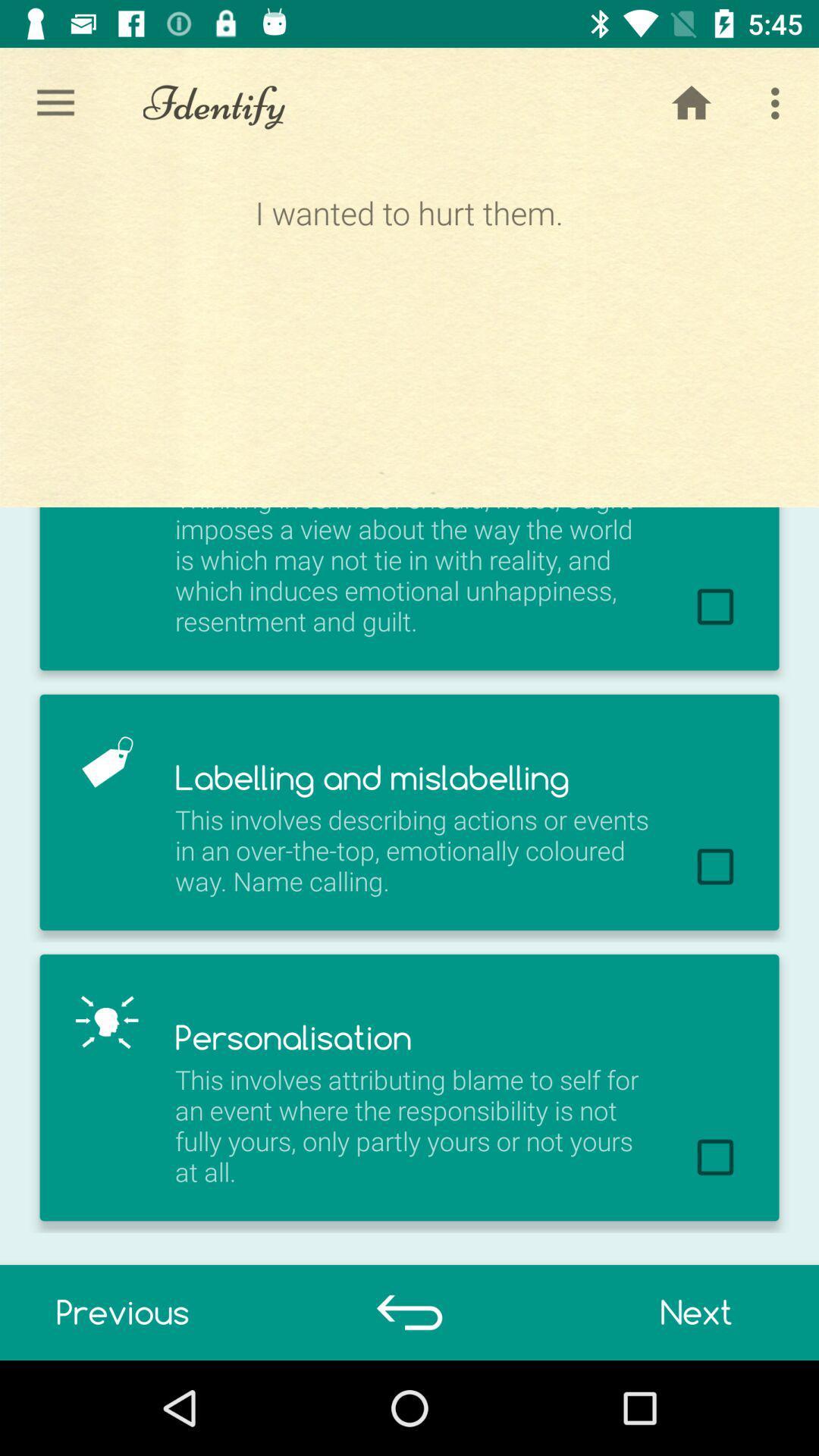  What do you see at coordinates (691, 102) in the screenshot?
I see `the item to the right of the identify icon` at bounding box center [691, 102].